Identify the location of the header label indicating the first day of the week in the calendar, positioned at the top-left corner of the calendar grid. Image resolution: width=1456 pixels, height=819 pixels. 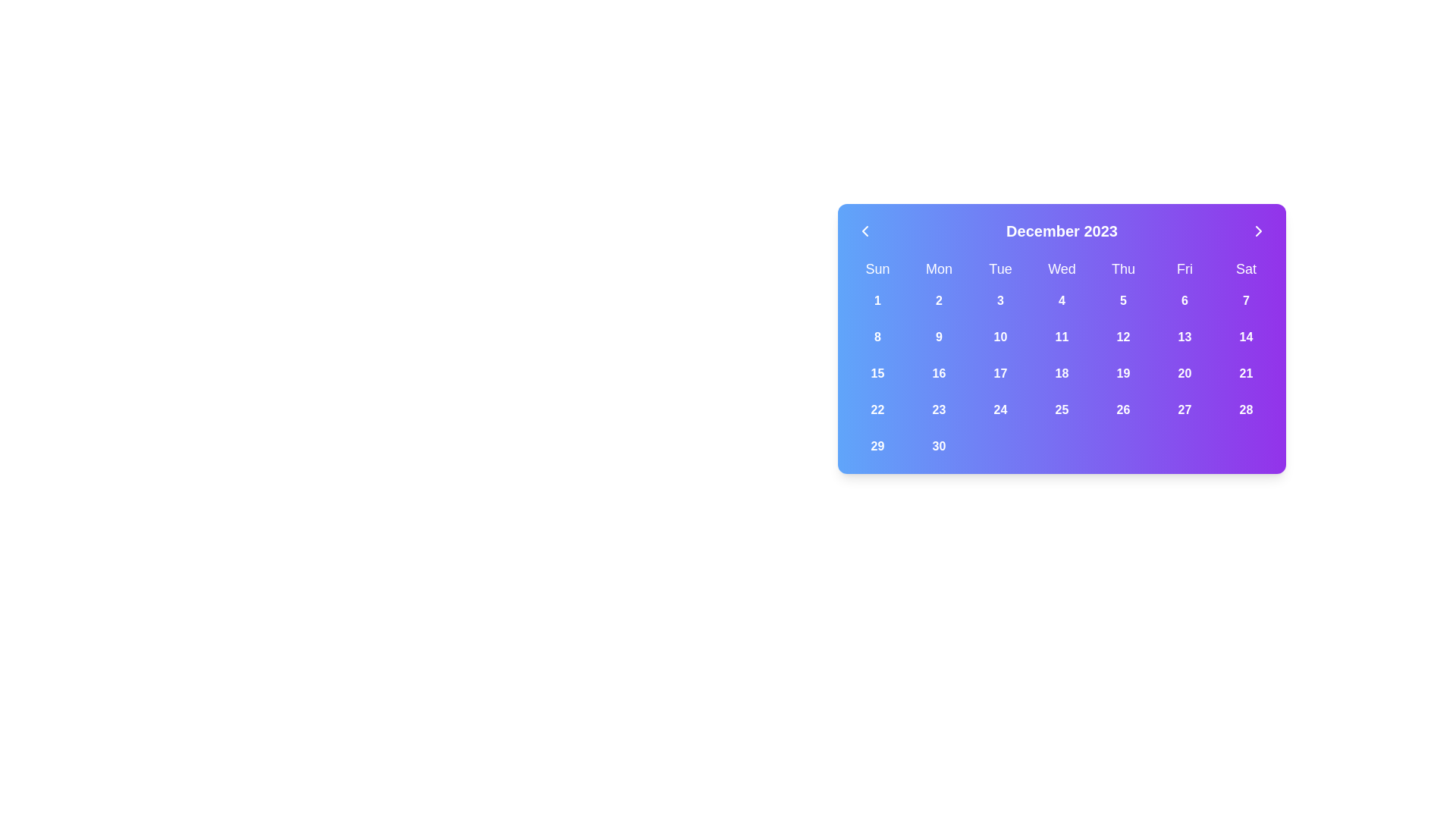
(877, 268).